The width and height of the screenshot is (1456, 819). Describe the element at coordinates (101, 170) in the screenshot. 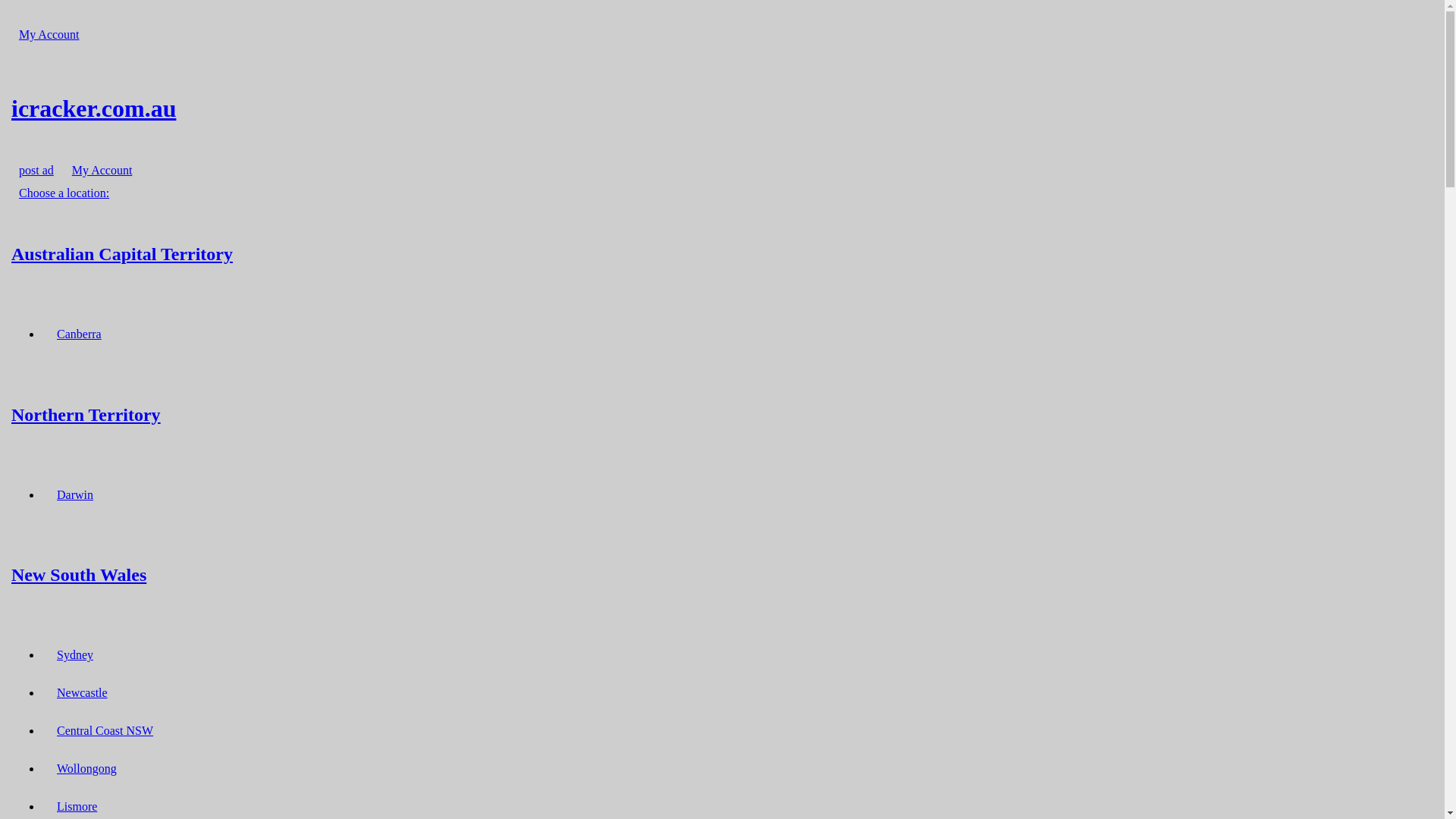

I see `'My Account'` at that location.